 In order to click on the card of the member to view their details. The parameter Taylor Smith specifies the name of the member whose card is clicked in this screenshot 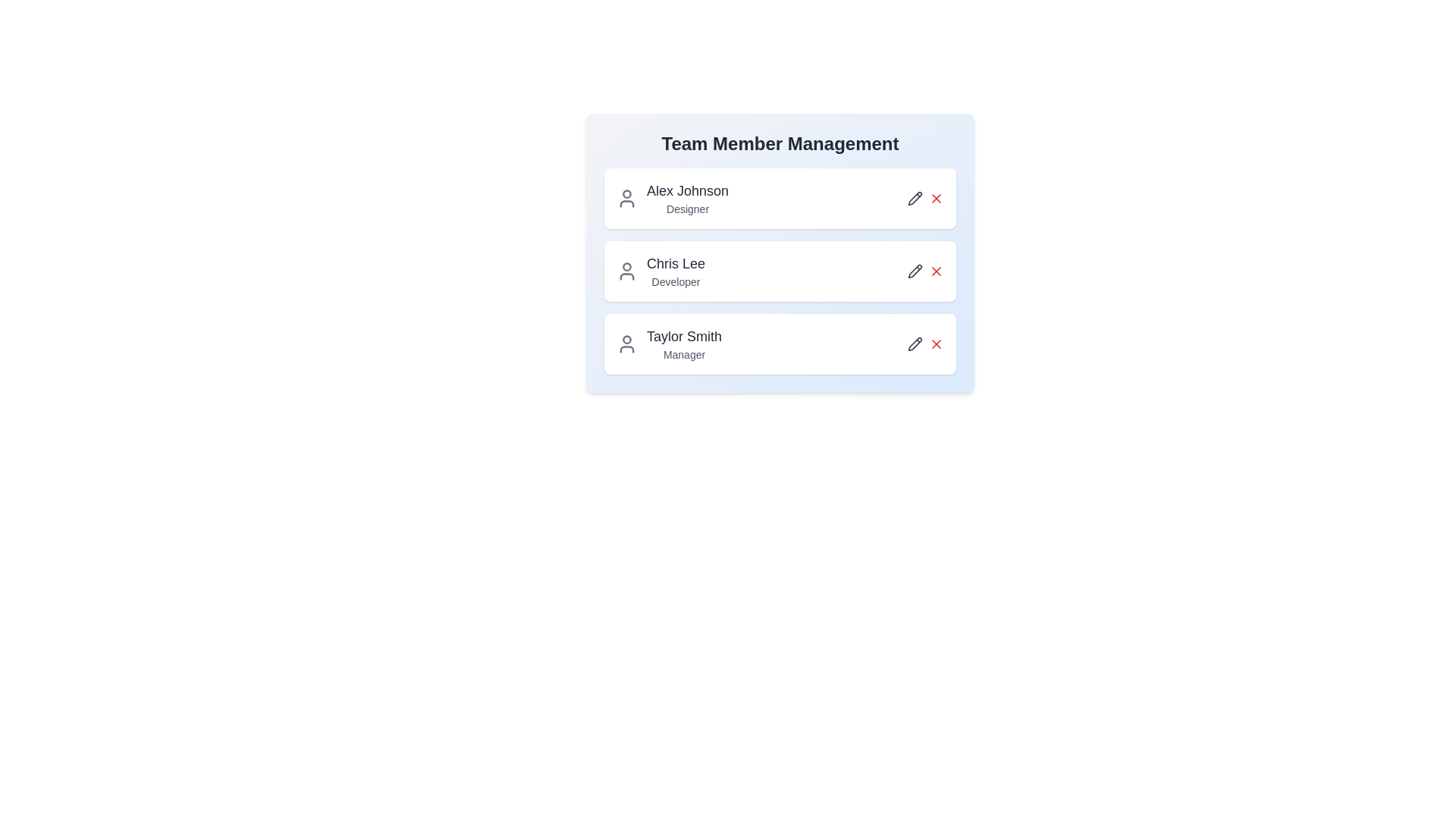, I will do `click(780, 344)`.